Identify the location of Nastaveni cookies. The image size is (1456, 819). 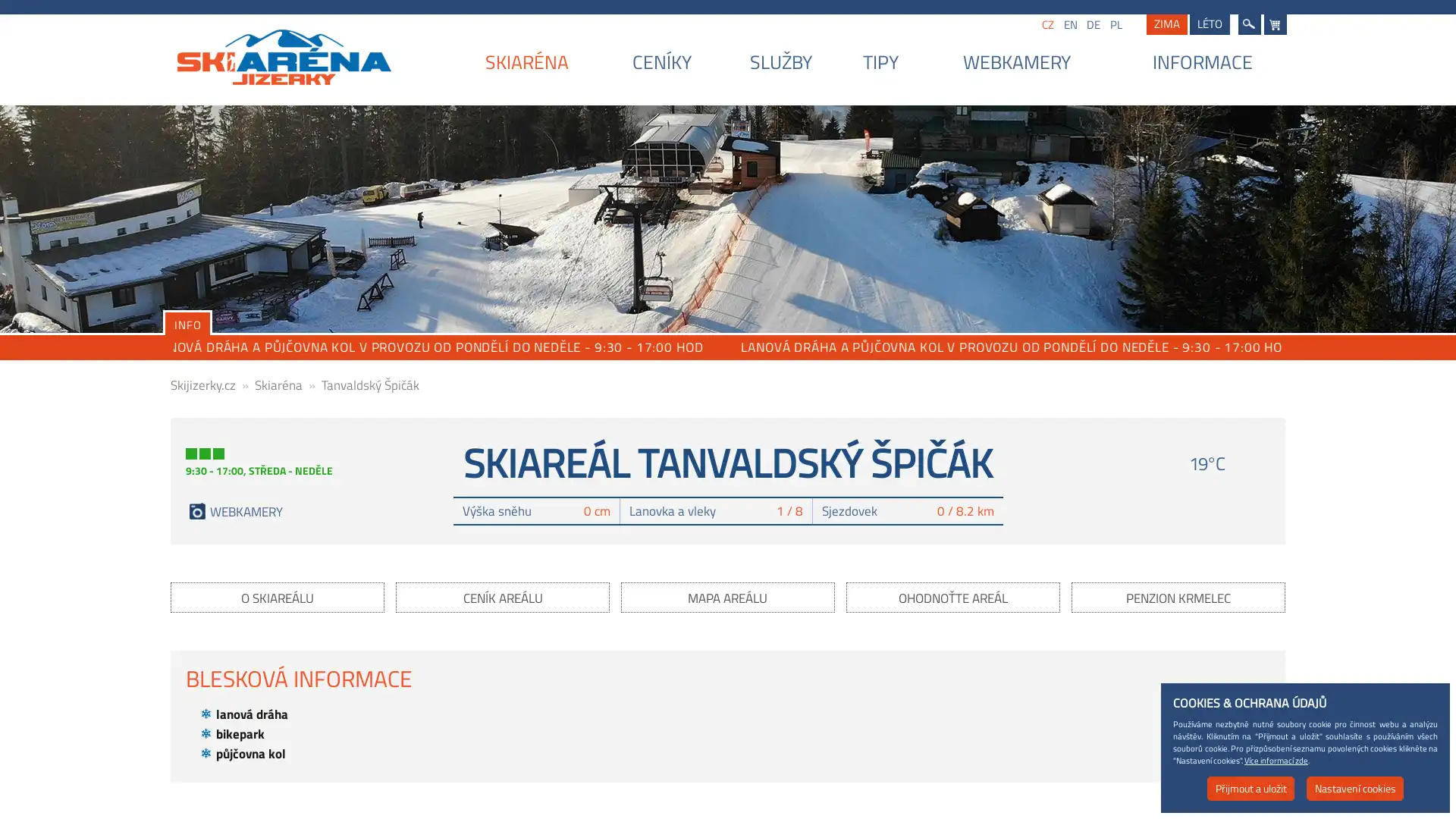
(1354, 788).